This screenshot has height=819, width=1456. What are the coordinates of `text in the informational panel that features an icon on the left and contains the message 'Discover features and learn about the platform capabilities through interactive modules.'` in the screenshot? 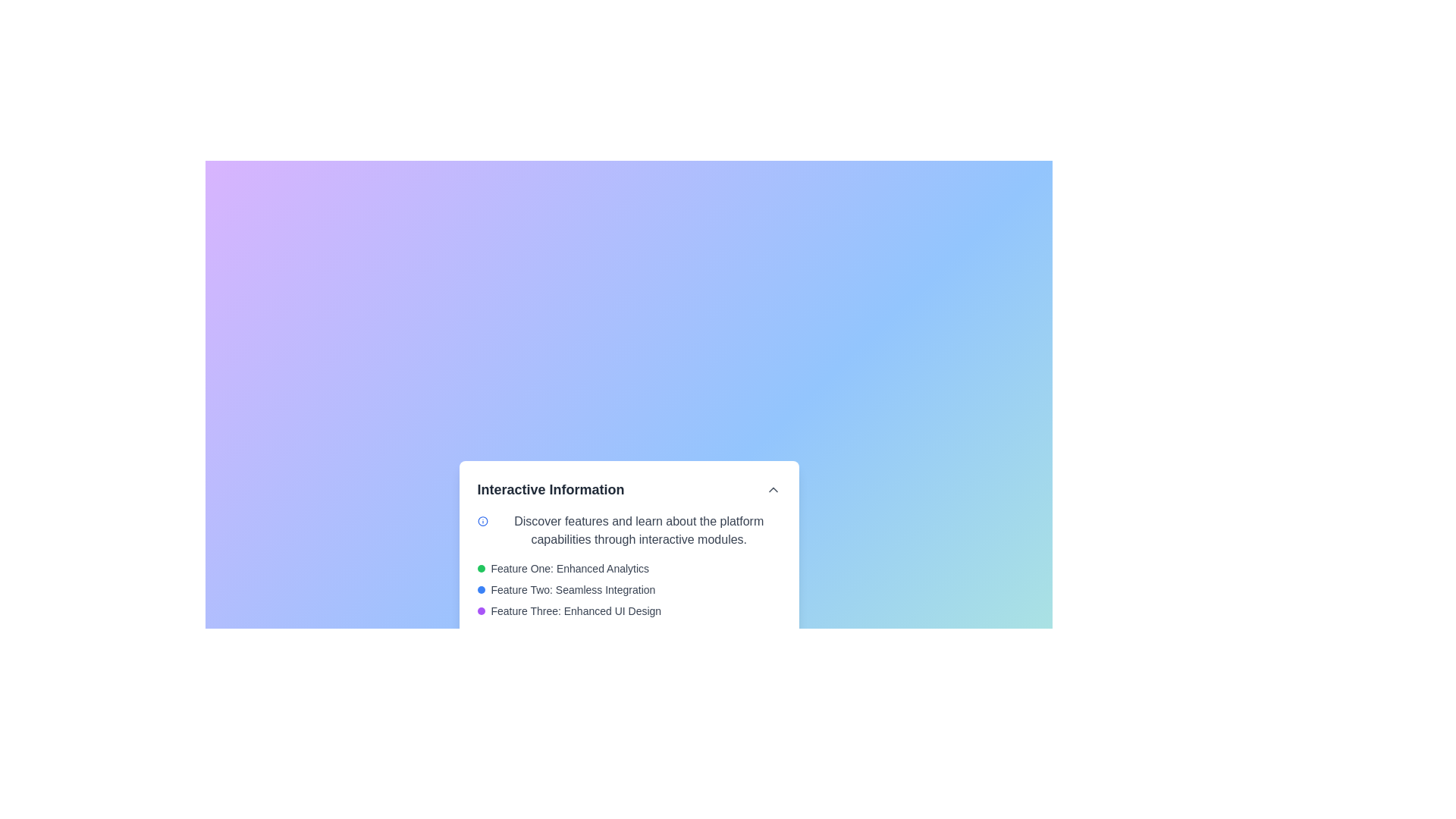 It's located at (629, 529).